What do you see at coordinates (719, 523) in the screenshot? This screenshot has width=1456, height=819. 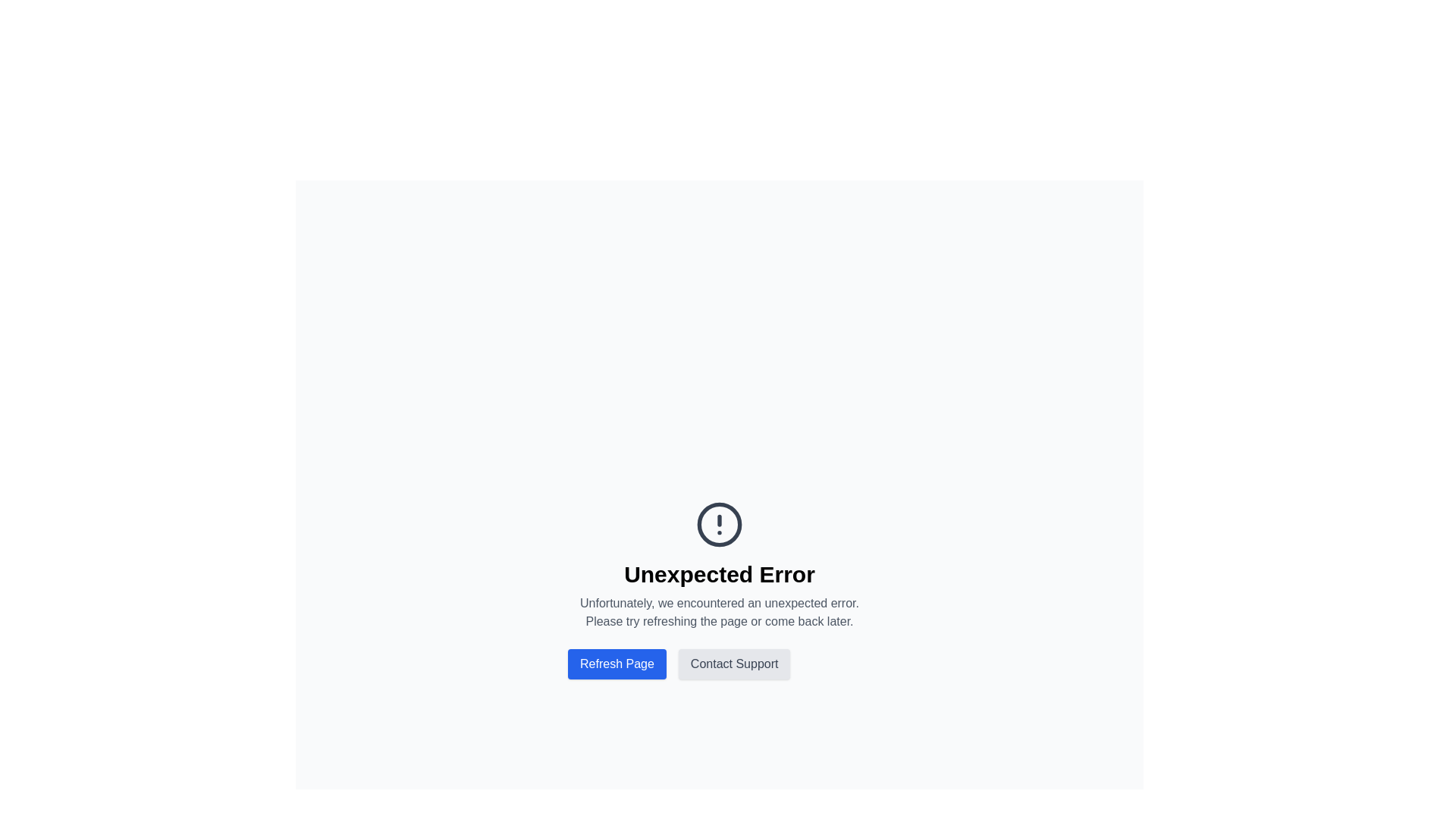 I see `the Decorative circle (SVG graphic element) with a gray border, which is prominently placed above the text 'Unexpected Error'` at bounding box center [719, 523].